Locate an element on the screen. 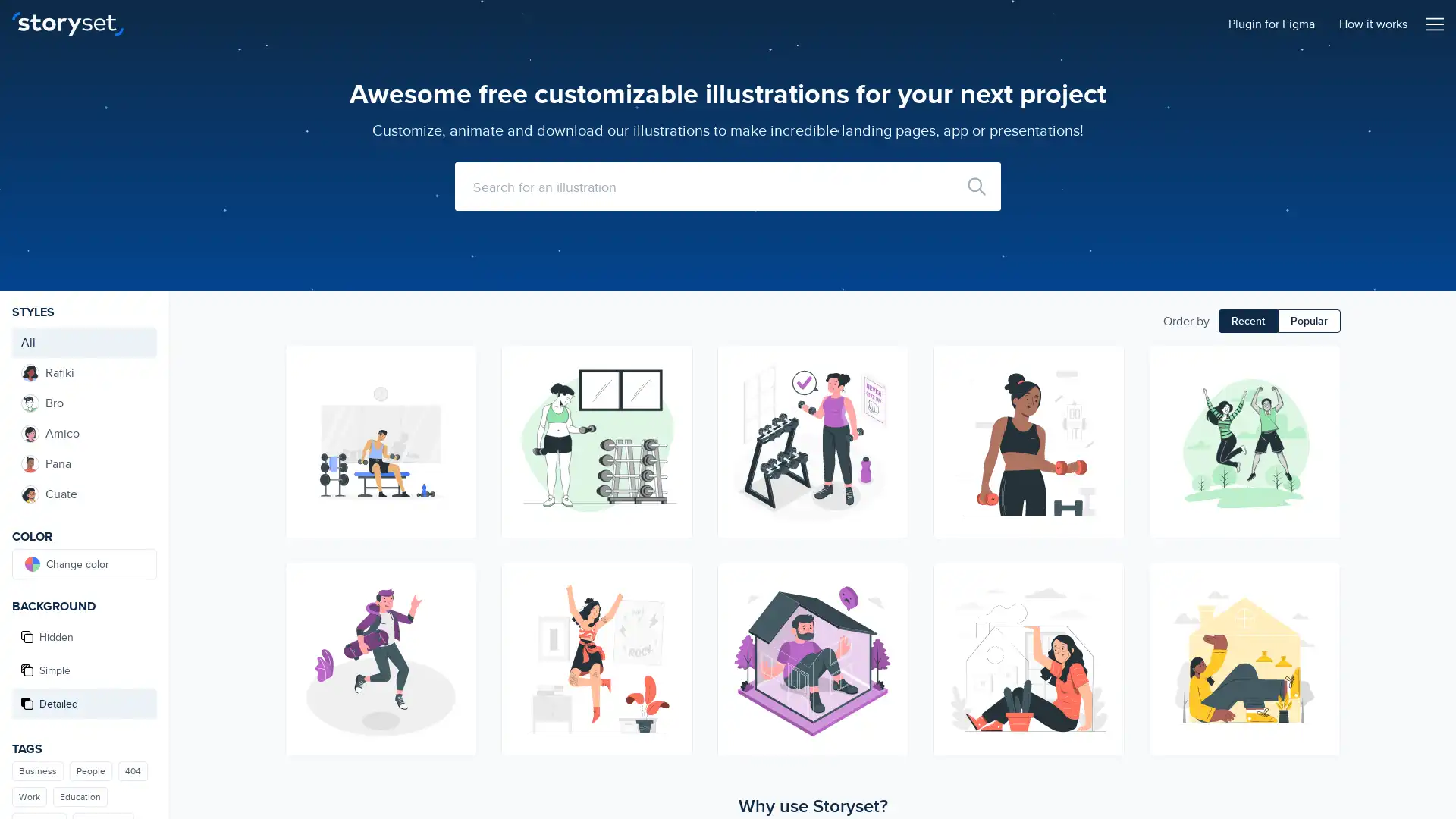 This screenshot has width=1456, height=819. Search button is located at coordinates (976, 186).